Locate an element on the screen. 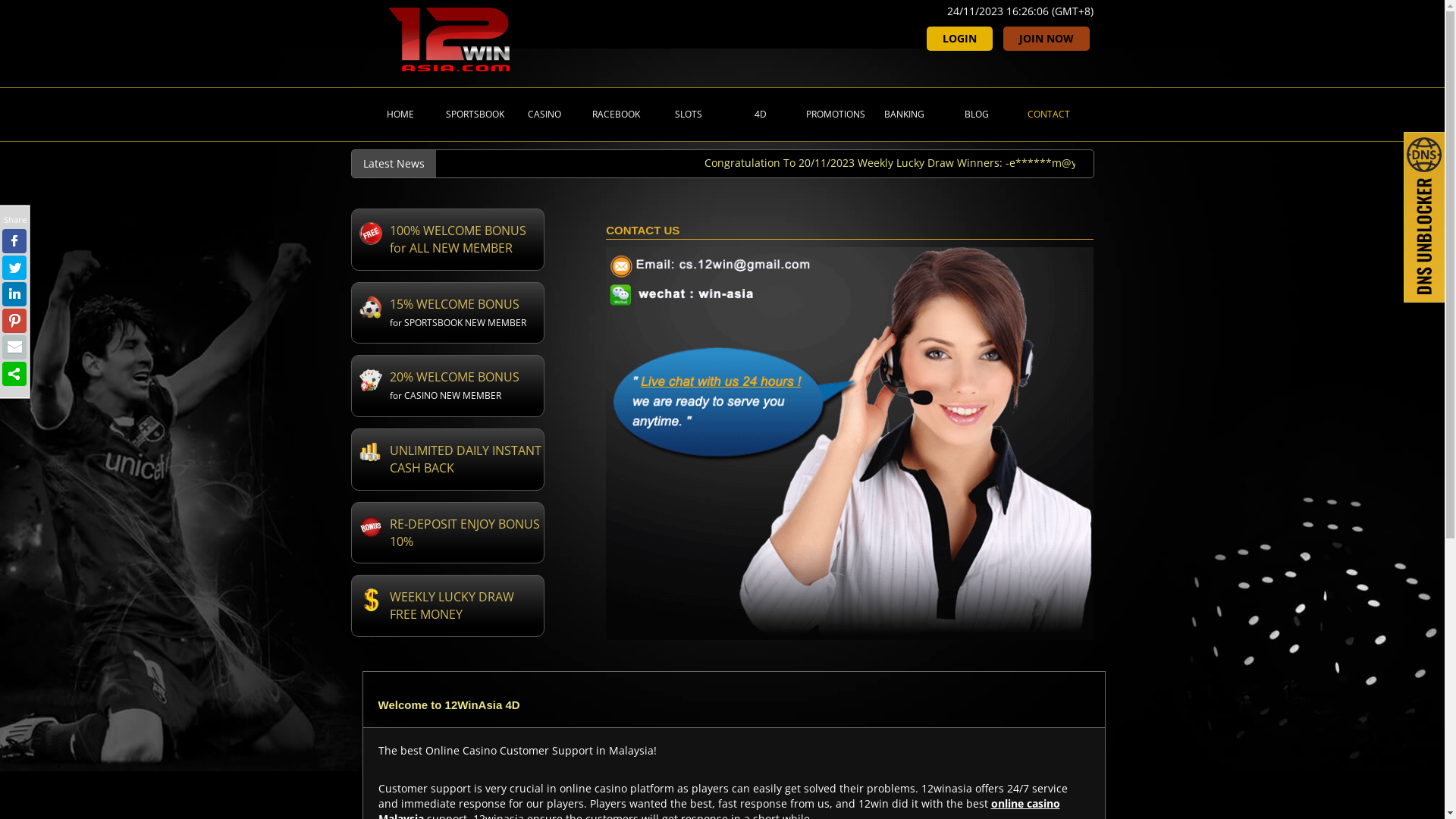 The image size is (1456, 819). '15% WELCOME BONUS is located at coordinates (446, 312).